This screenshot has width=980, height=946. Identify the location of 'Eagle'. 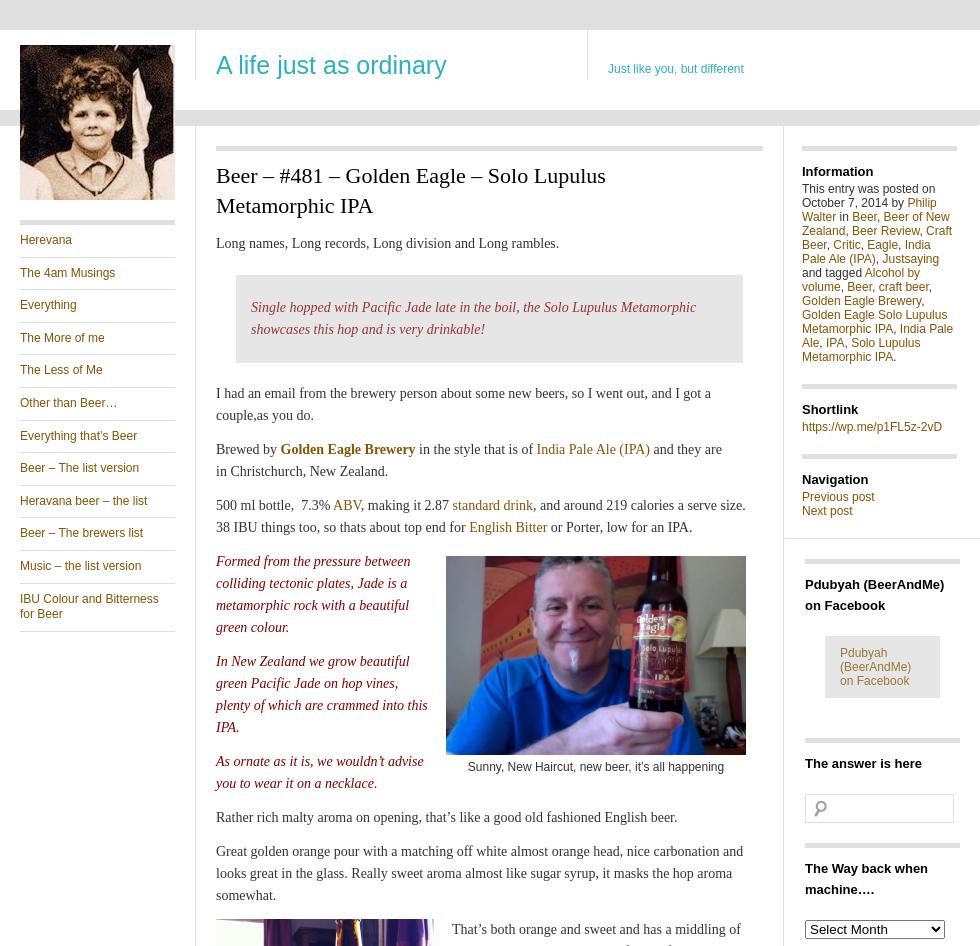
(882, 244).